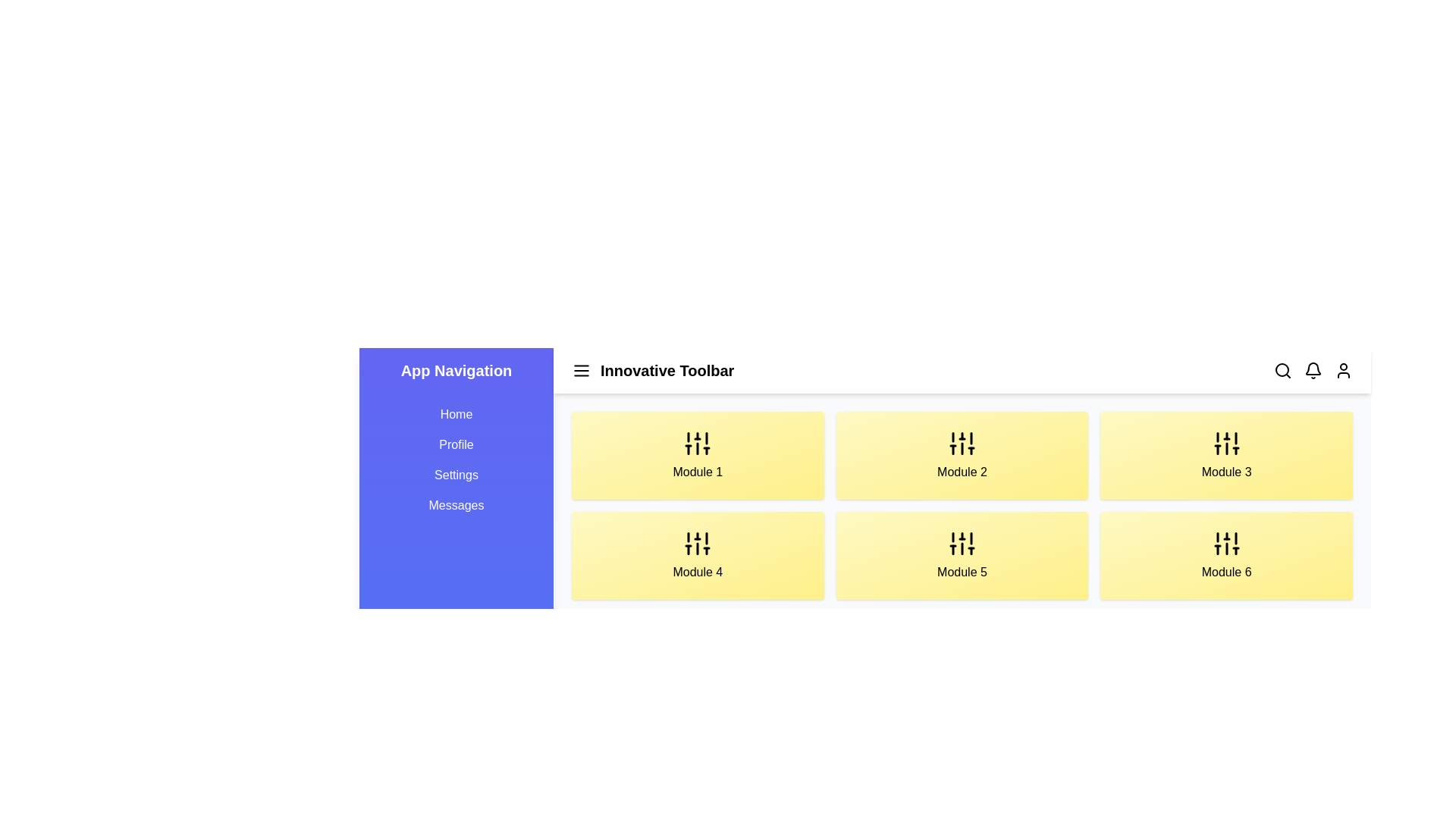 The height and width of the screenshot is (819, 1456). What do you see at coordinates (455, 415) in the screenshot?
I see `the navigation link labeled Home` at bounding box center [455, 415].